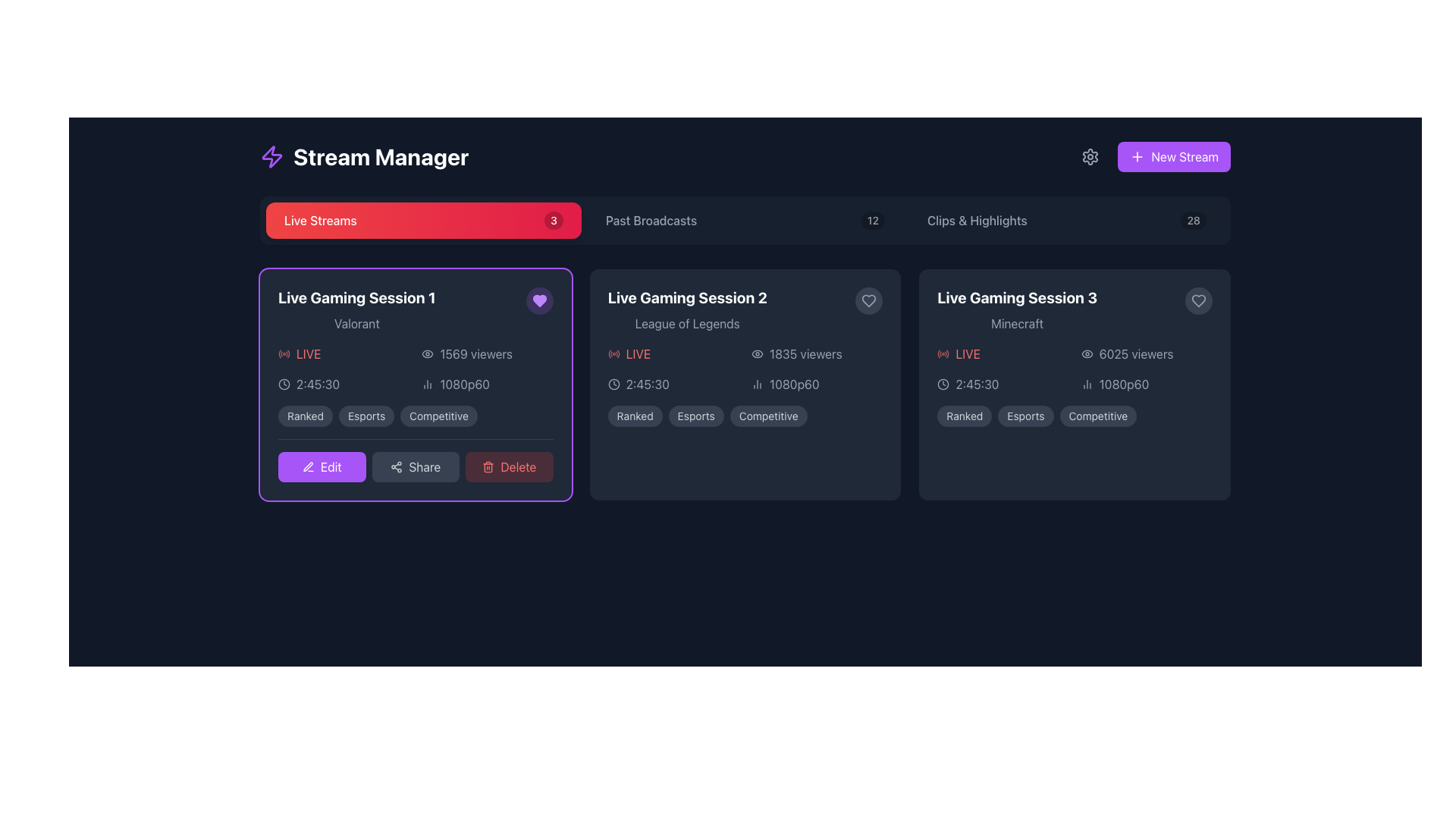 The image size is (1456, 819). What do you see at coordinates (745, 362) in the screenshot?
I see `specific components within the Informational card or panel that details the active live streaming session, located as the second card in a horizontally arranged list of live stream sessions` at bounding box center [745, 362].